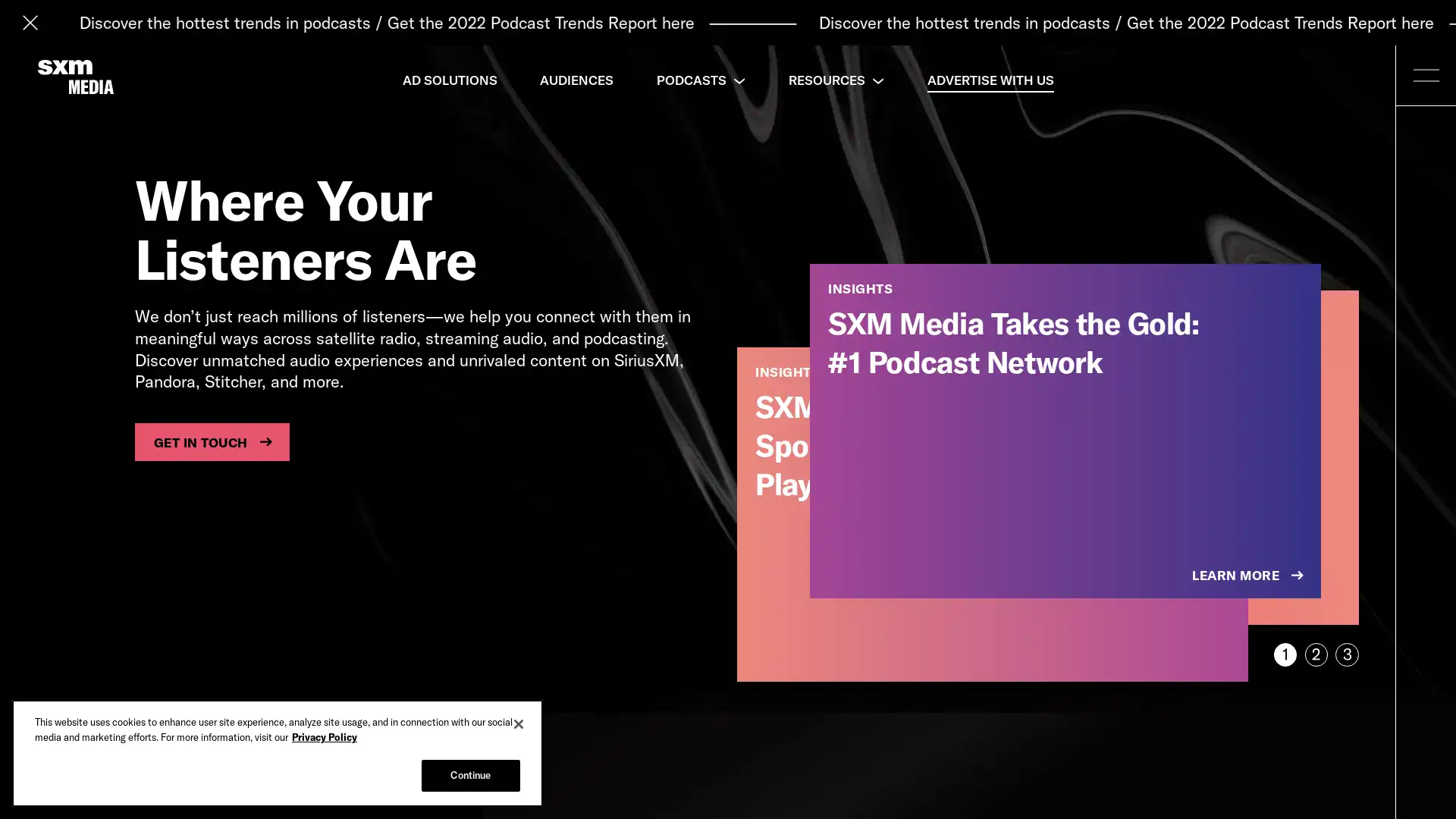 Image resolution: width=1456 pixels, height=819 pixels. I want to click on 1, so click(1284, 654).